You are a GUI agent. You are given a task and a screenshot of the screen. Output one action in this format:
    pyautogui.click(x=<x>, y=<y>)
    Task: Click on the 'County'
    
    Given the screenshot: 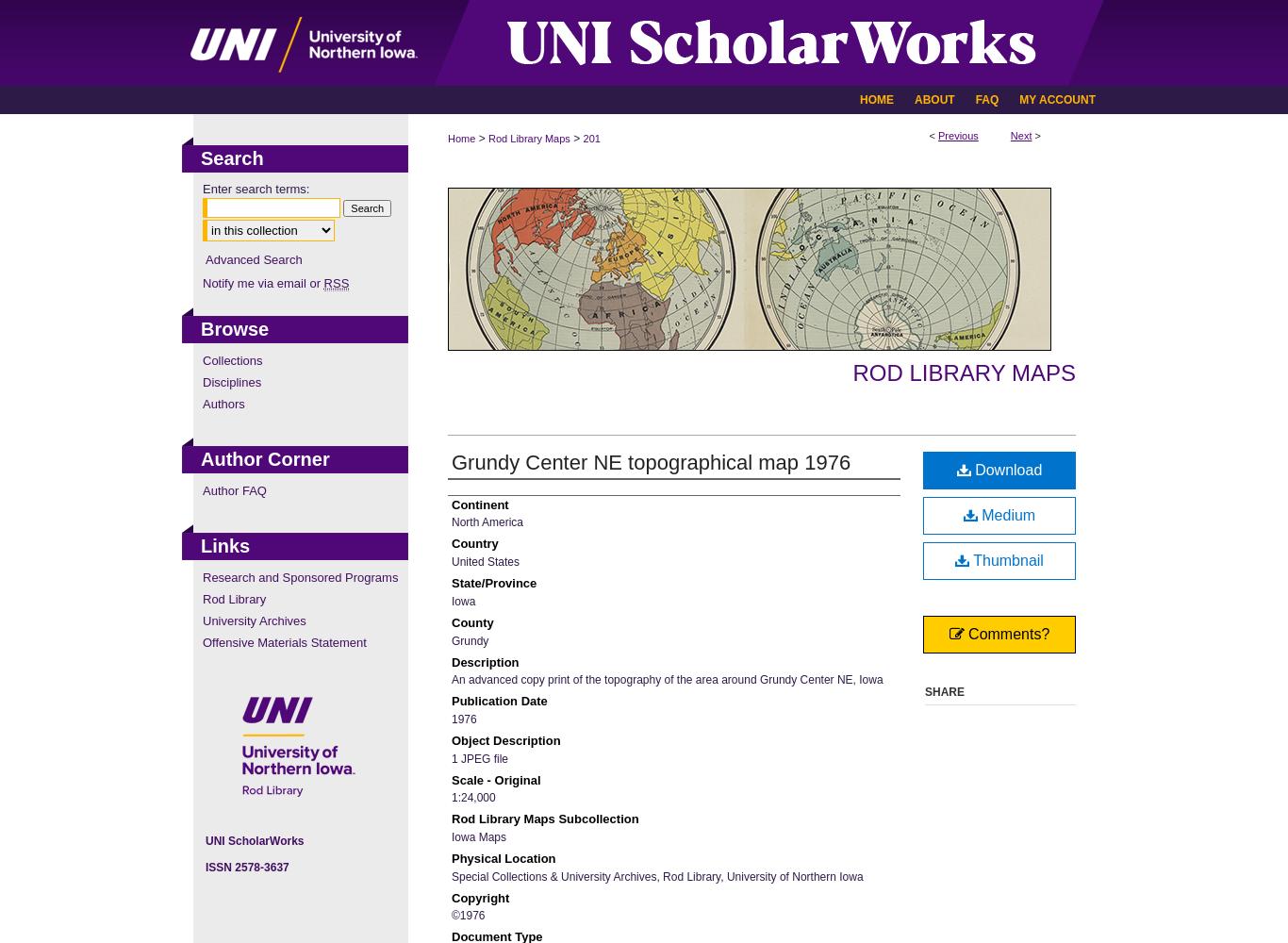 What is the action you would take?
    pyautogui.click(x=472, y=621)
    